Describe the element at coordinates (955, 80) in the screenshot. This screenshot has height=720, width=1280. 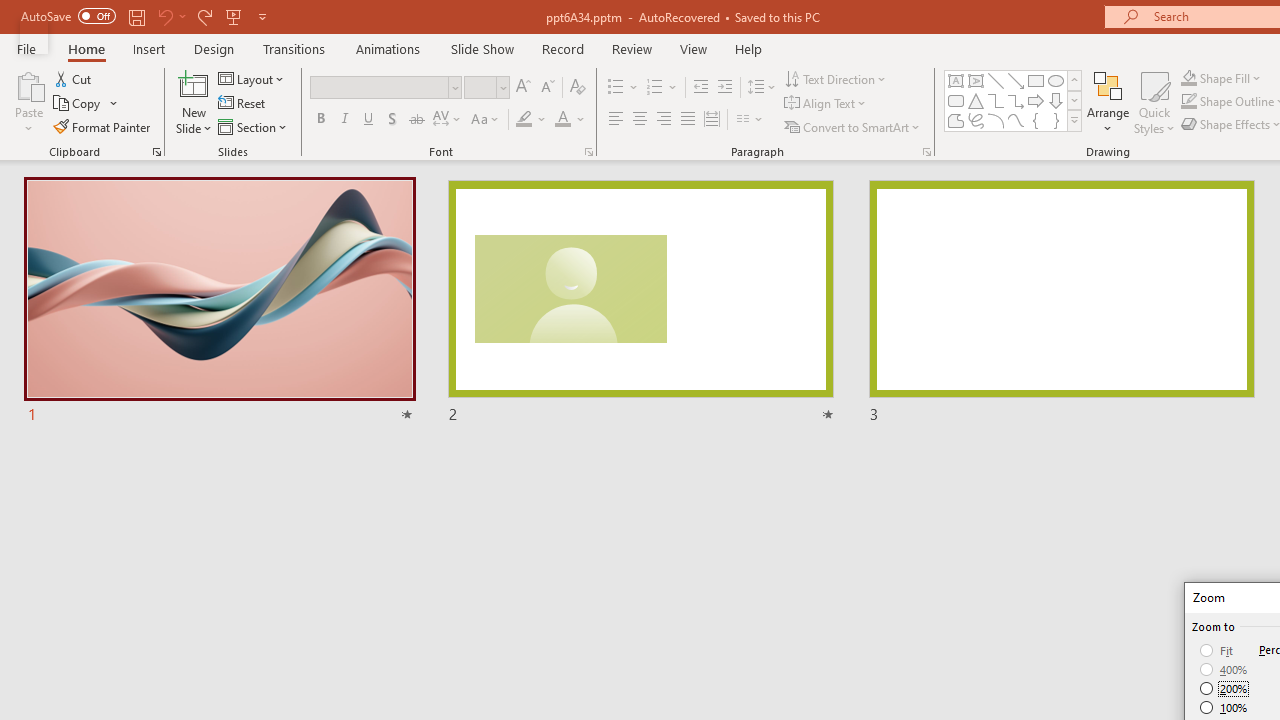
I see `'Text Box'` at that location.